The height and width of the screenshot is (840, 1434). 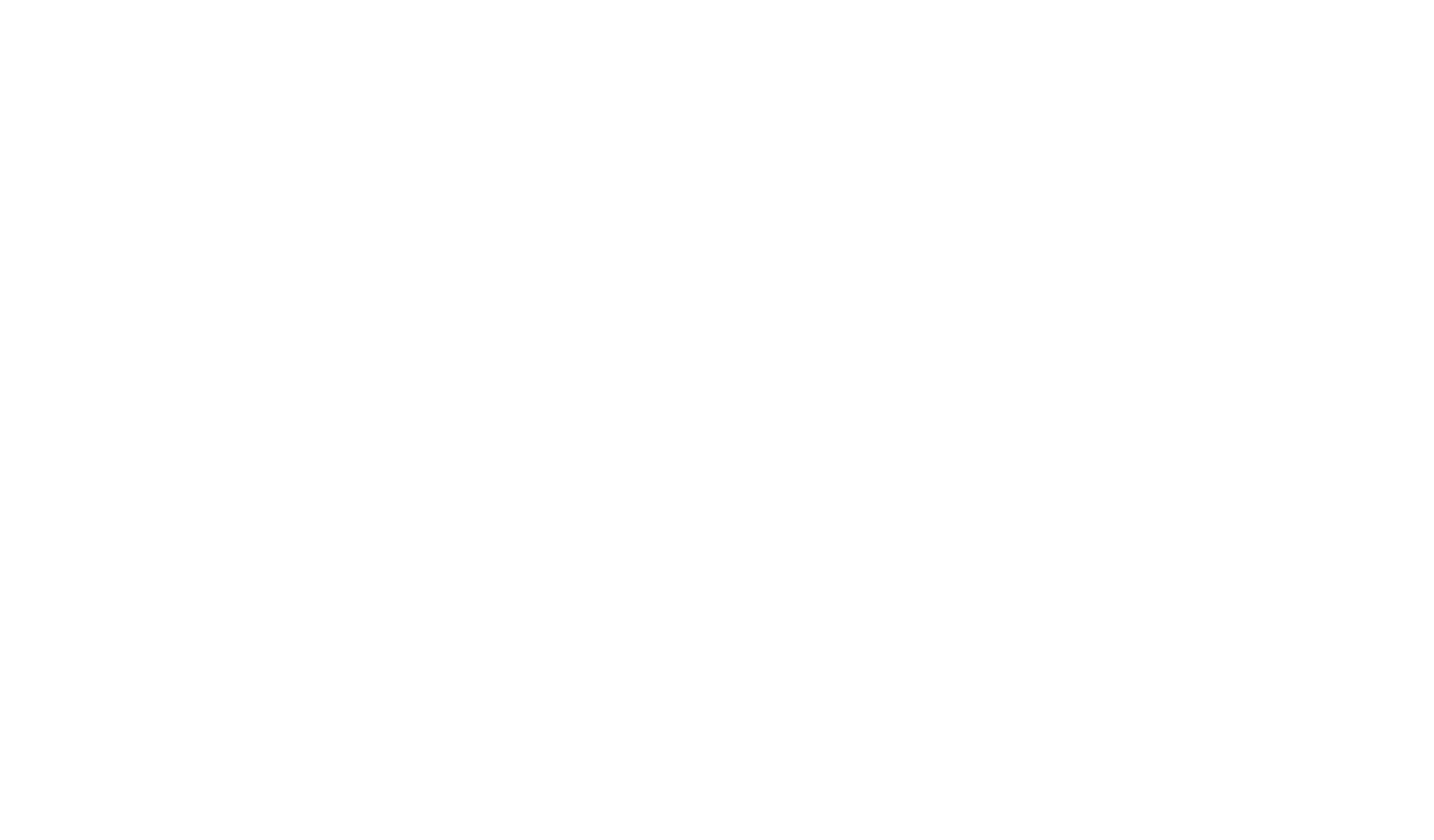 I want to click on 'Suggest a topic', so click(x=821, y=424).